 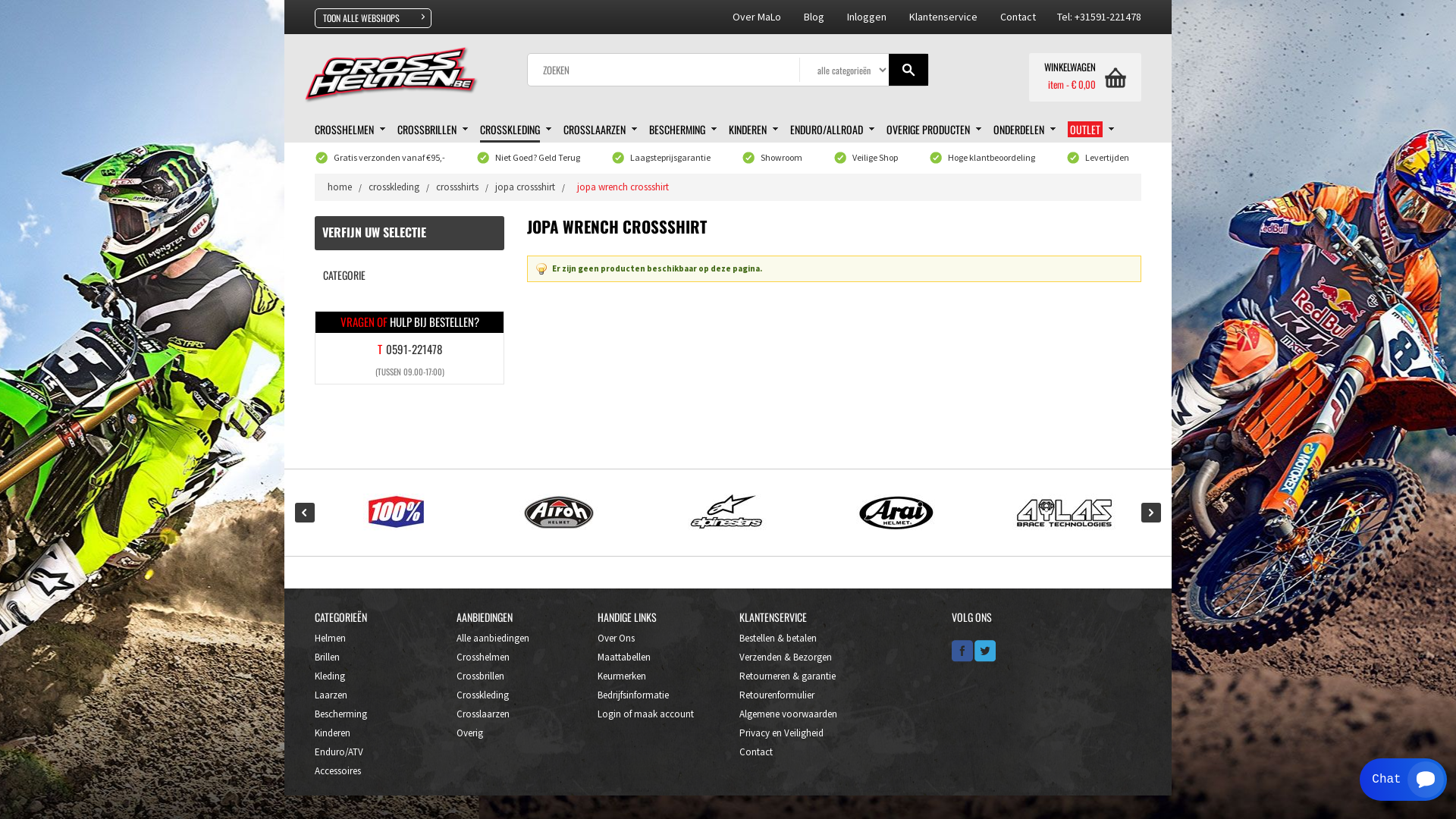 I want to click on '0591-221478', so click(x=413, y=348).